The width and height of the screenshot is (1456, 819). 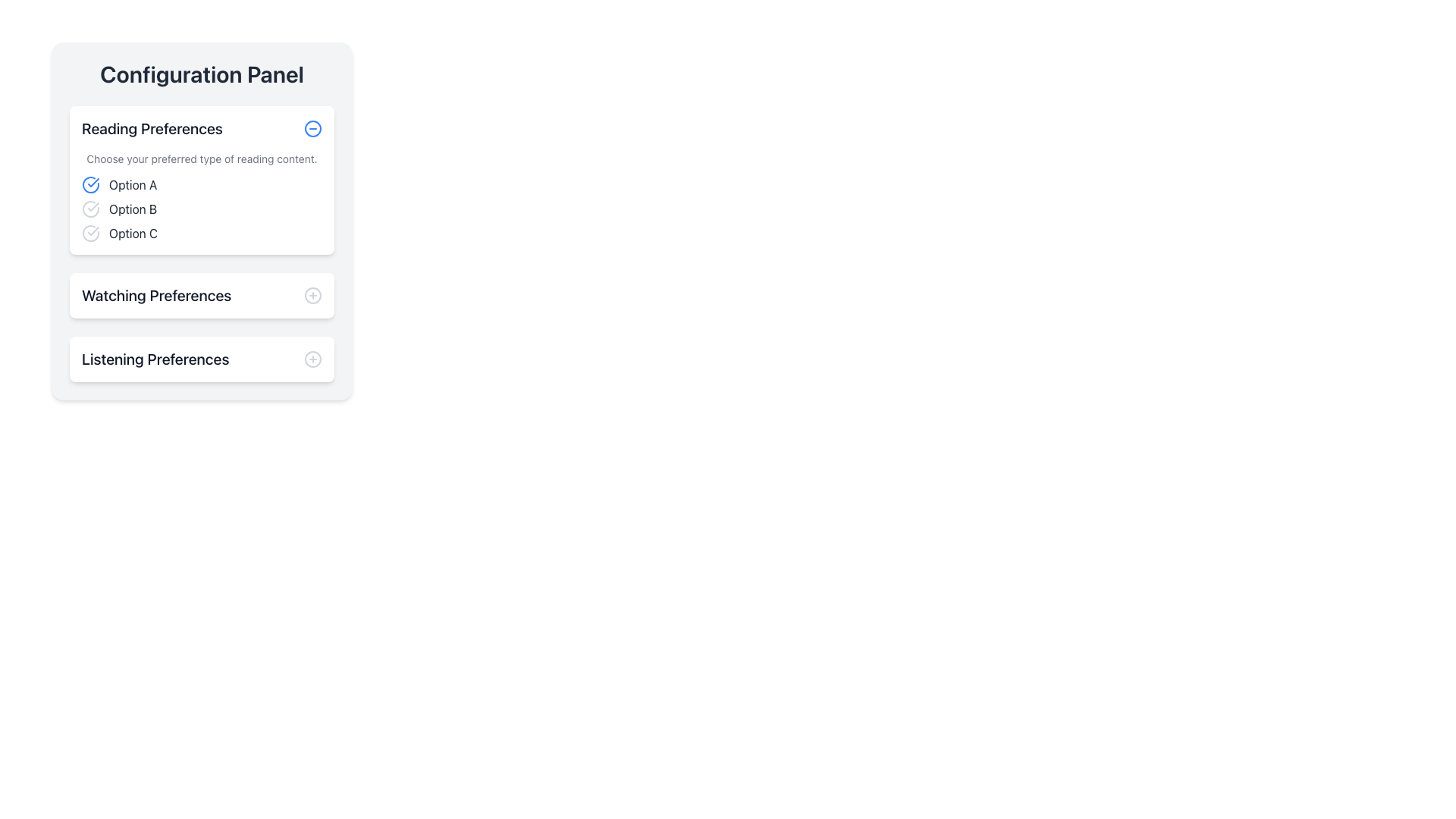 I want to click on the 'Listening Preferences' button, which consists of the text label and a '+' icon, so click(x=201, y=359).